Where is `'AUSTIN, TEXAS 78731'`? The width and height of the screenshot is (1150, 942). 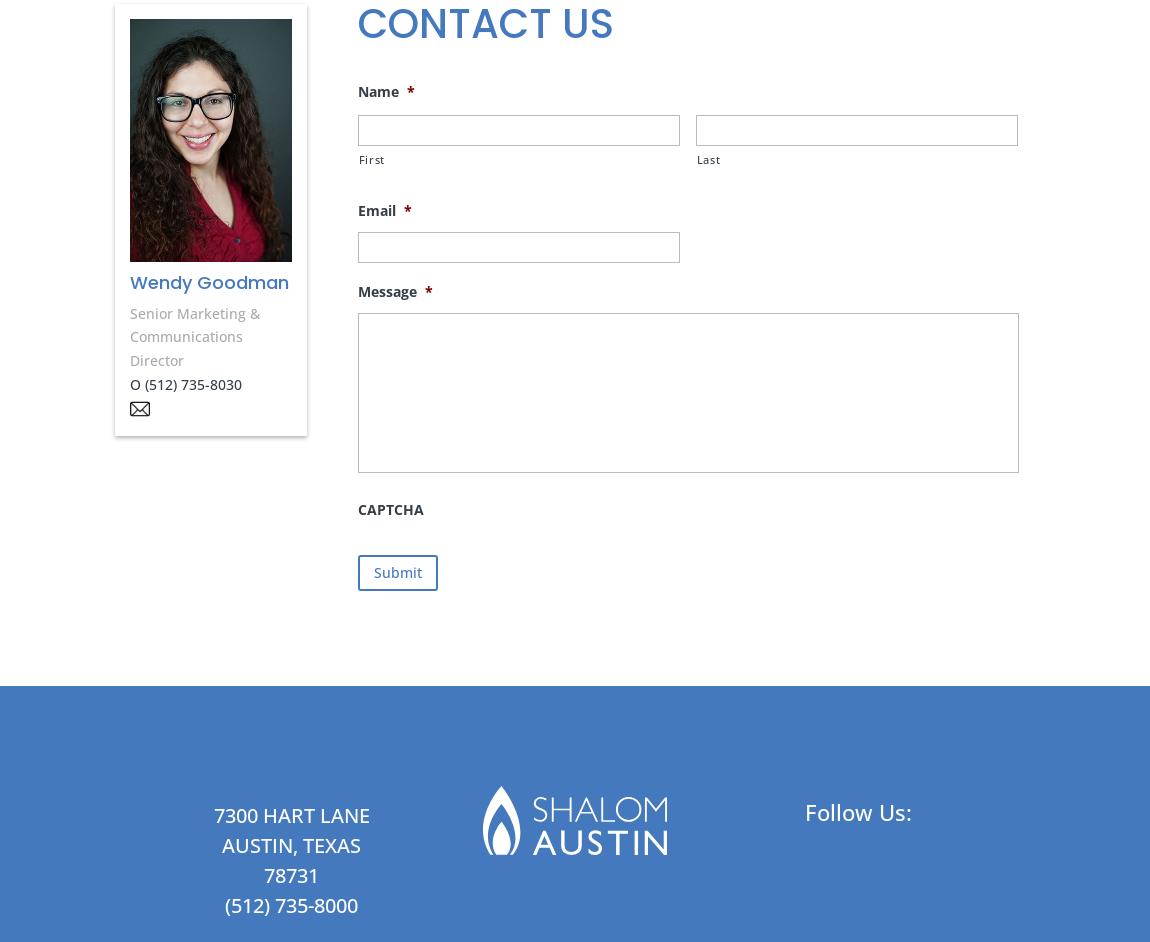
'AUSTIN, TEXAS 78731' is located at coordinates (220, 860).